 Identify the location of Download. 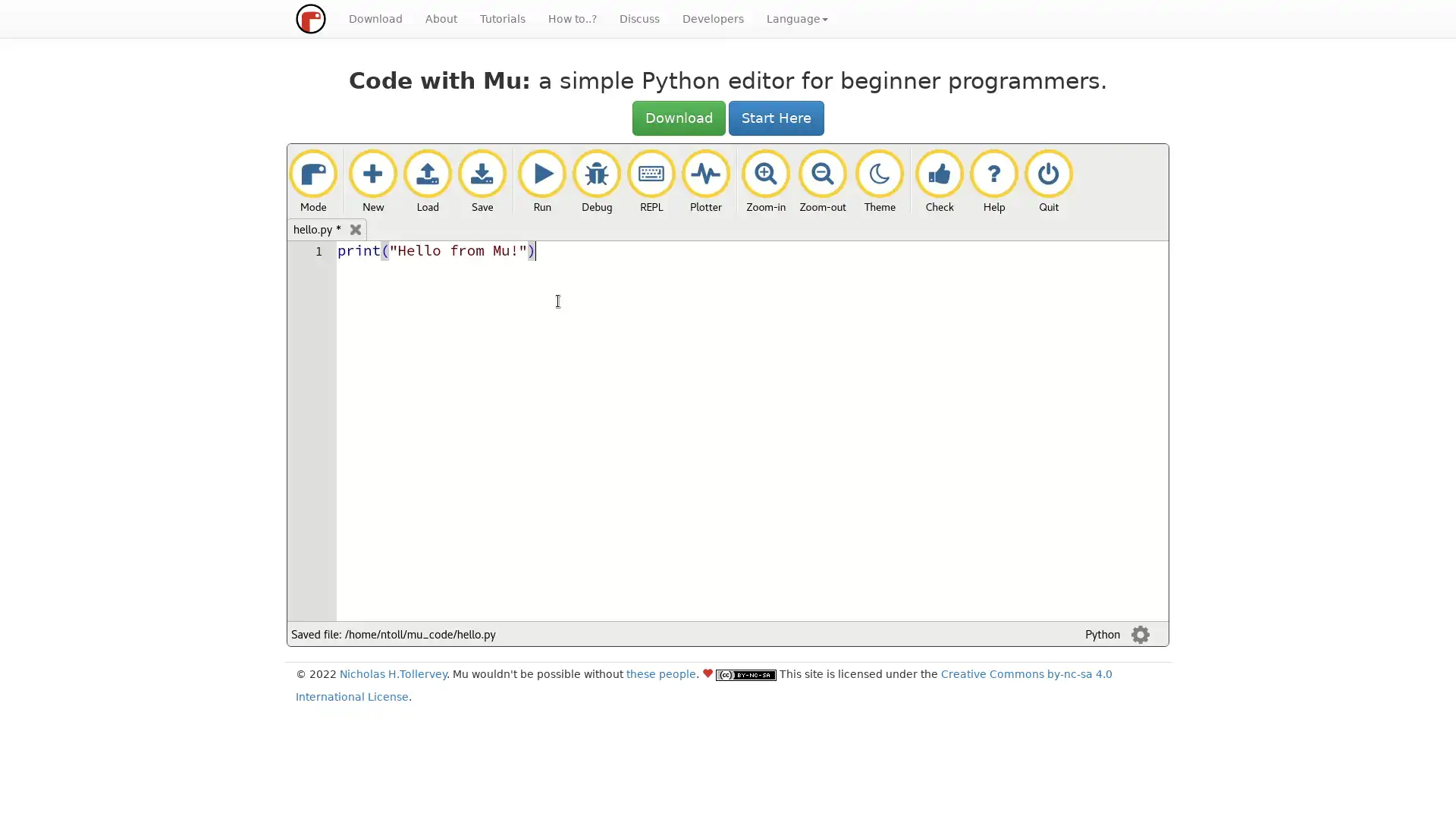
(677, 117).